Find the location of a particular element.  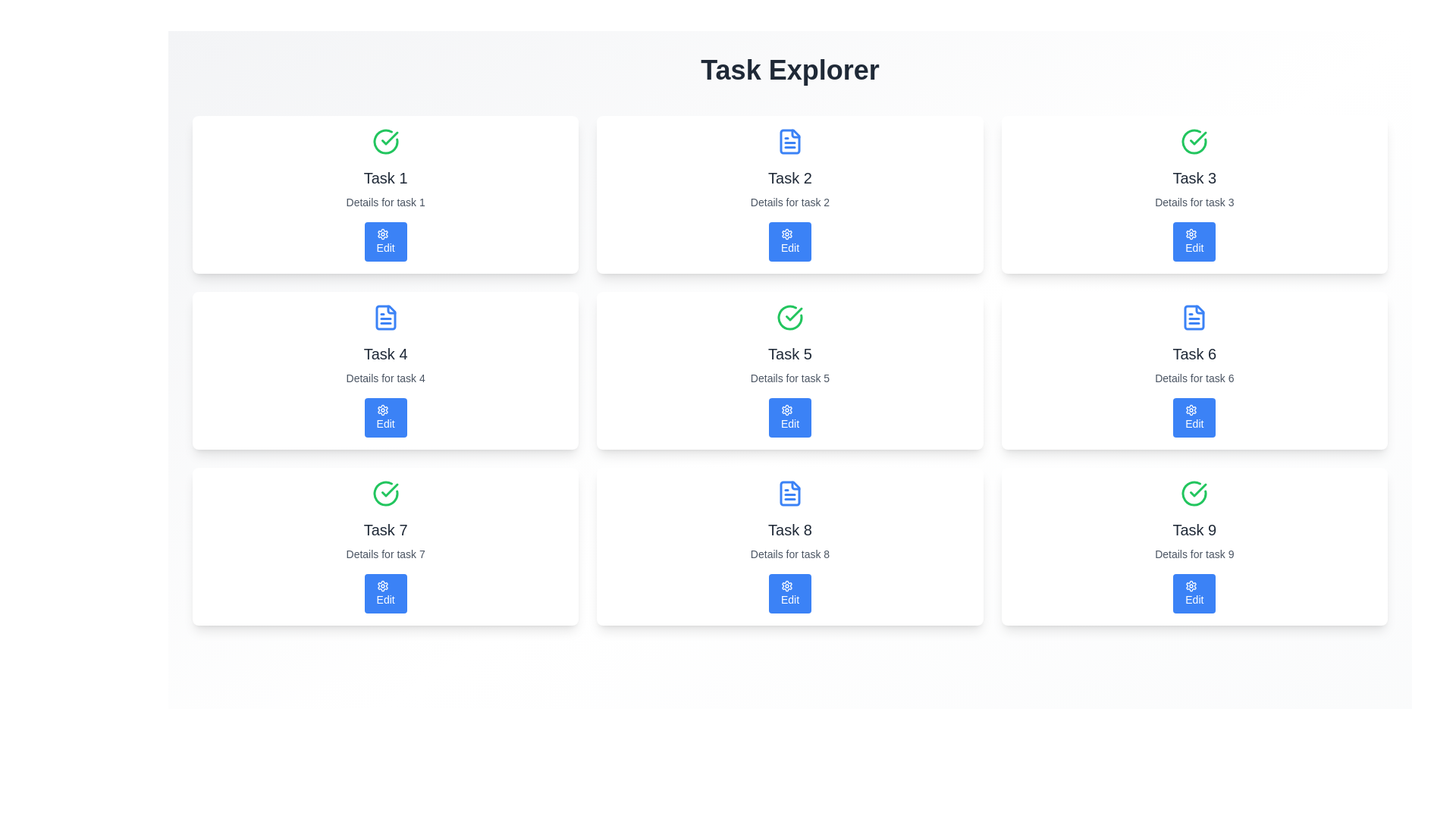

the green circular check mark icon, which indicates a completed state, located within the 'Task 9' card at the bottom-right corner of the grid layout is located at coordinates (1197, 490).